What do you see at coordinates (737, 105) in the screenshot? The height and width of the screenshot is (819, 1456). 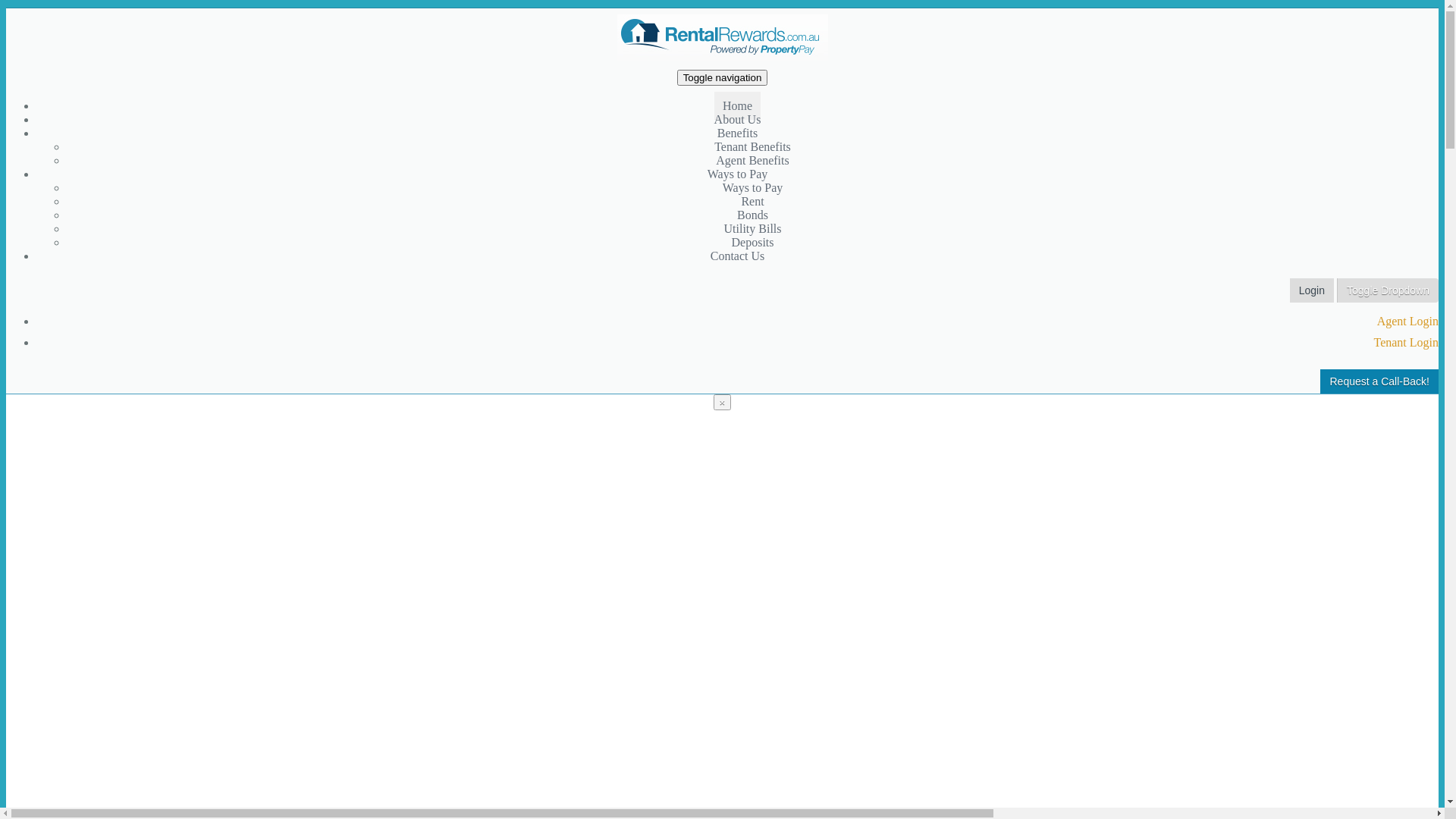 I see `'Home'` at bounding box center [737, 105].